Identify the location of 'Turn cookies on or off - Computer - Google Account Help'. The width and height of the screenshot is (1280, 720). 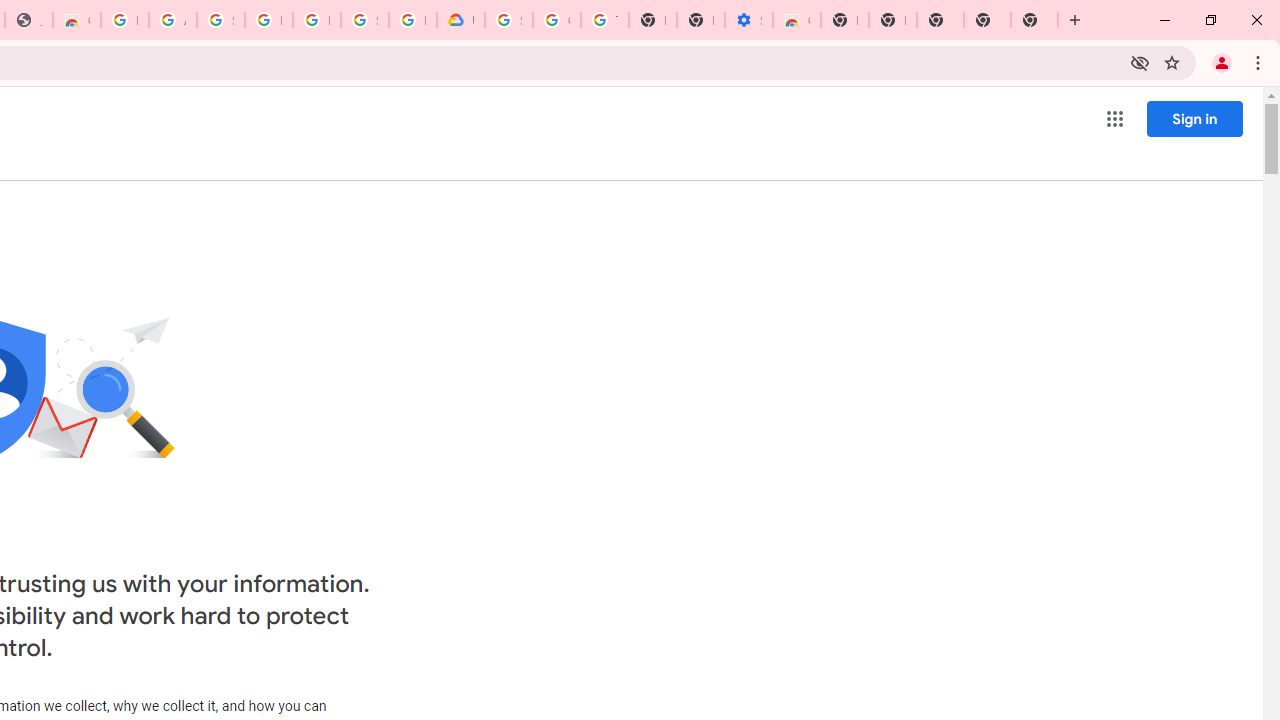
(603, 20).